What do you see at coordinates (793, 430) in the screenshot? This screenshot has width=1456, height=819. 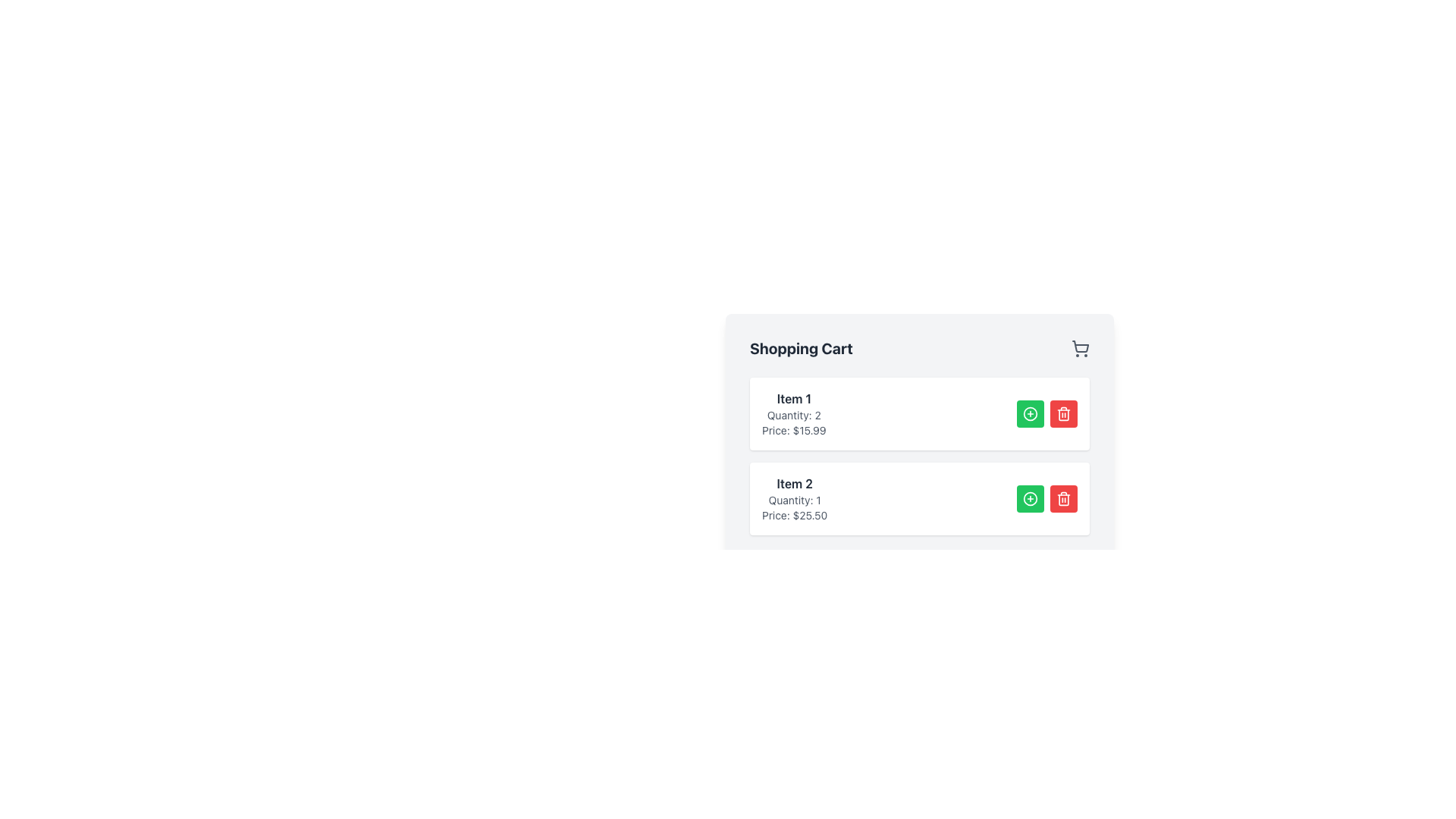 I see `the static text displaying the price of the item in the shopping cart, which is located below the 'Item 1' label and the 'Quantity: 2' text` at bounding box center [793, 430].